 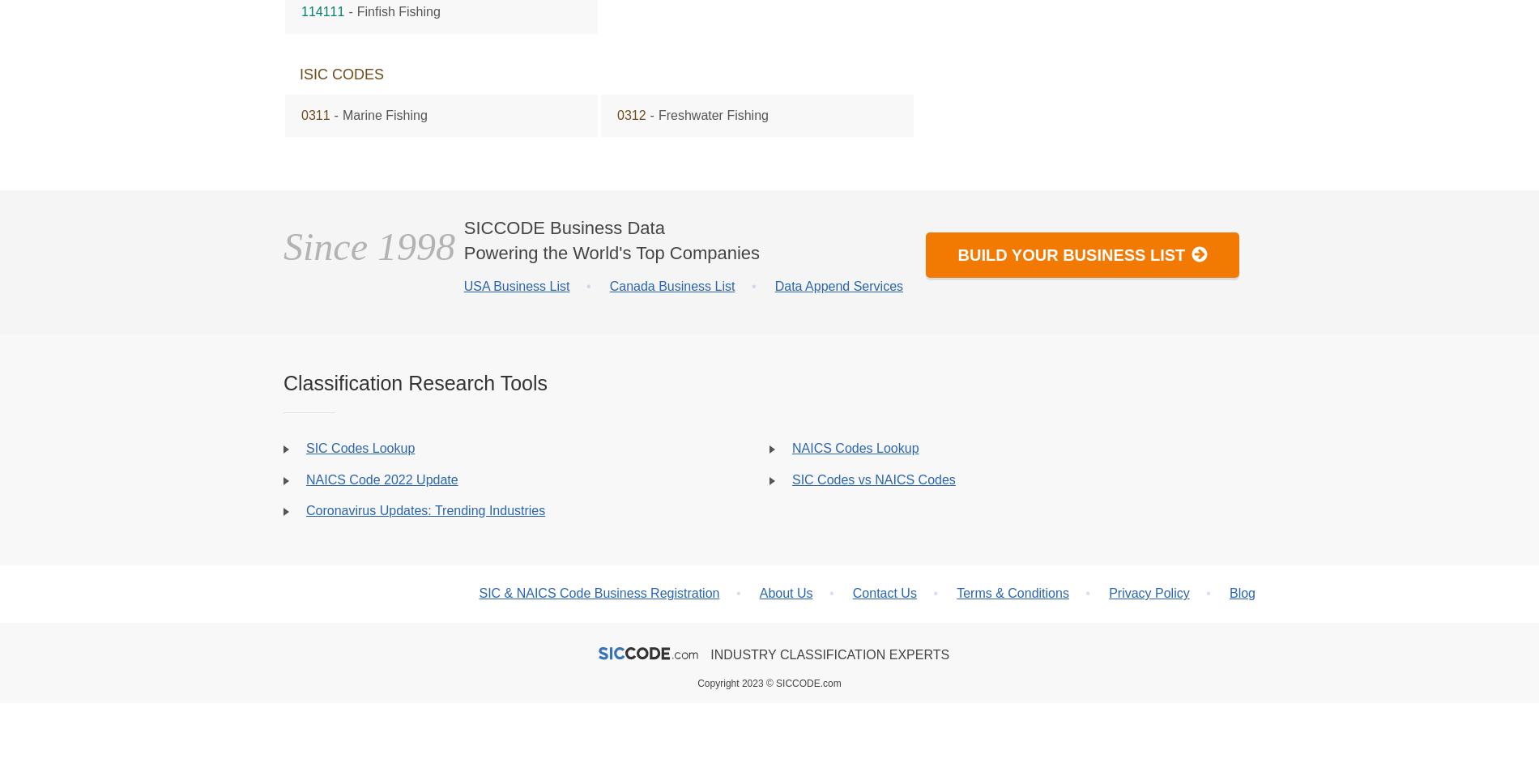 I want to click on 'Data Append Services', so click(x=838, y=285).